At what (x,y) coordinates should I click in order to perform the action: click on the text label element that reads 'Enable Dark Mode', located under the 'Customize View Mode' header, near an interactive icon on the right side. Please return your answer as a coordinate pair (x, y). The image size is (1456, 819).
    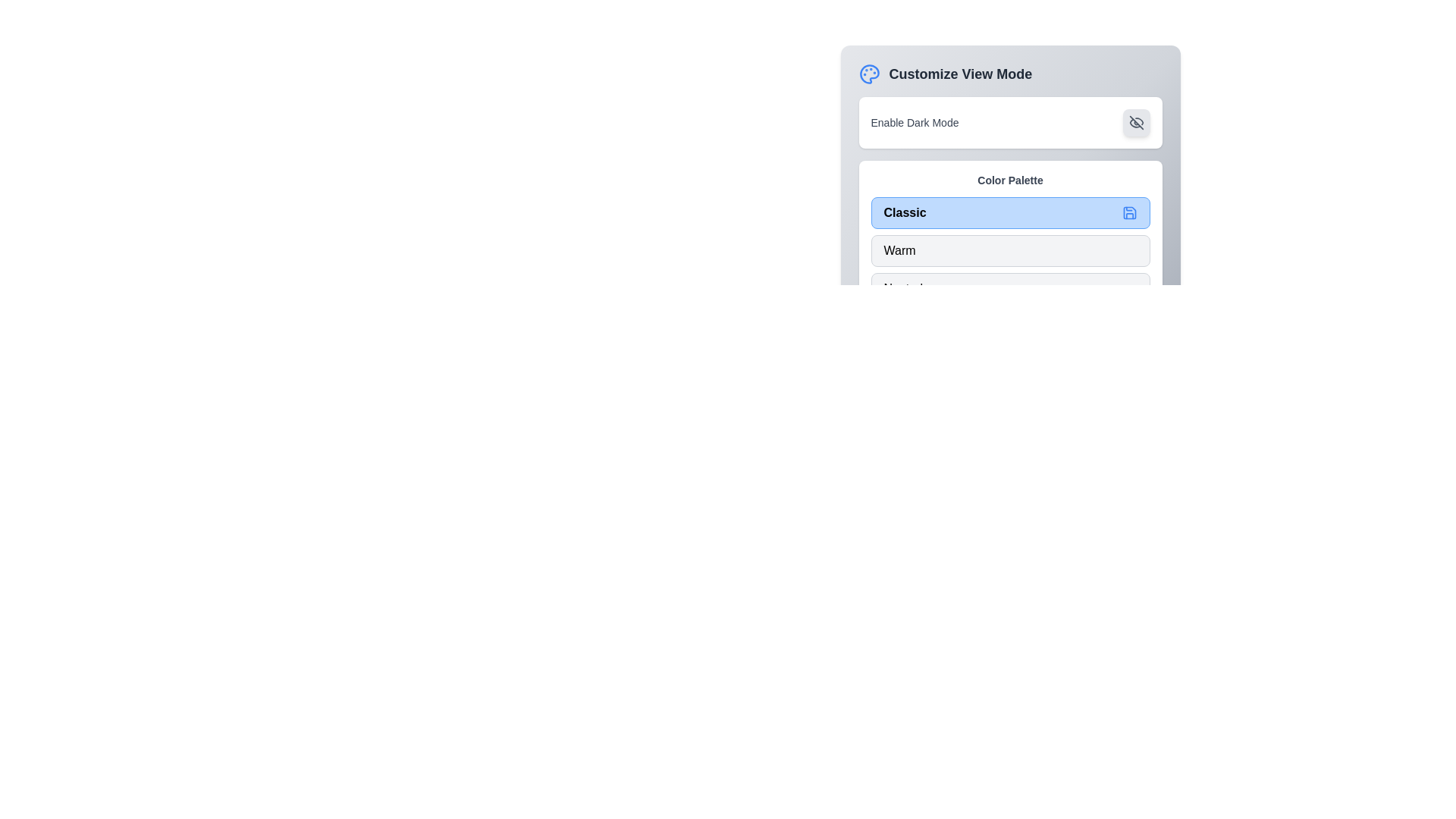
    Looking at the image, I should click on (914, 122).